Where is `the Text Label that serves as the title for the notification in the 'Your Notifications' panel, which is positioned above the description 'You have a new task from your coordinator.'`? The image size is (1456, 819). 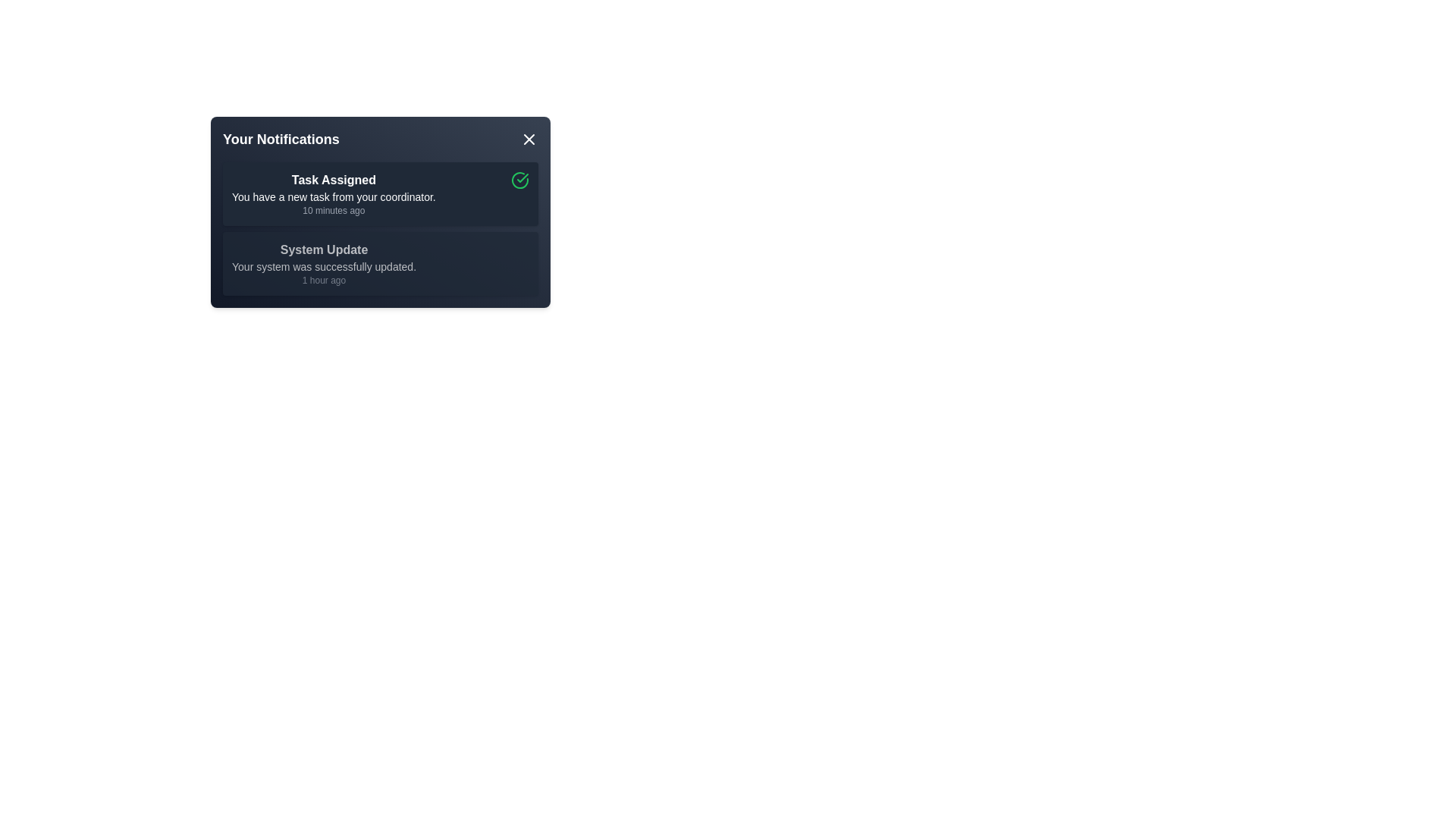 the Text Label that serves as the title for the notification in the 'Your Notifications' panel, which is positioned above the description 'You have a new task from your coordinator.' is located at coordinates (333, 180).